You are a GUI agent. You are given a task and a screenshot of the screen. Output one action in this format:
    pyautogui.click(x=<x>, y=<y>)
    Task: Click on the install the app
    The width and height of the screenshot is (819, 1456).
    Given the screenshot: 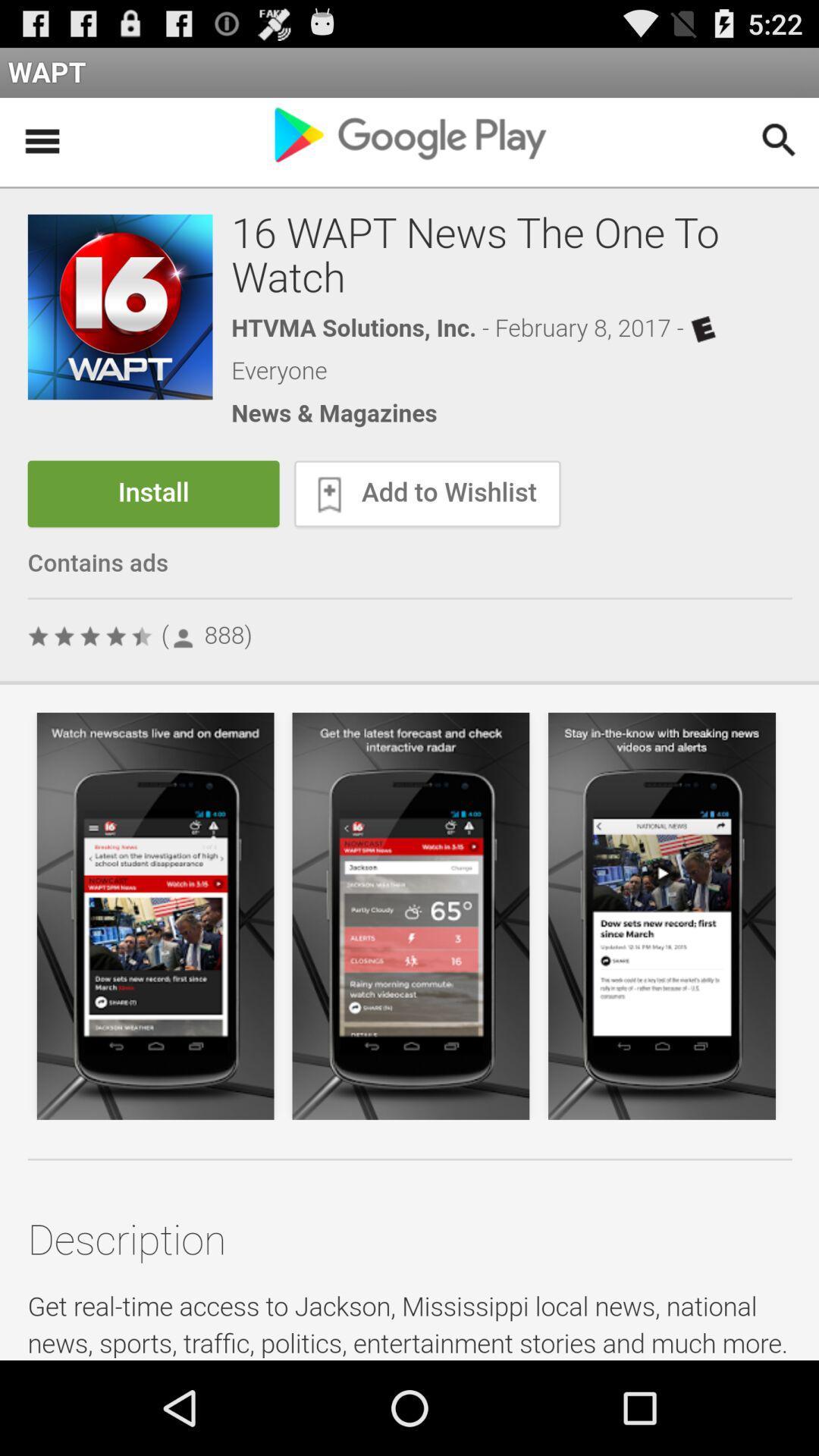 What is the action you would take?
    pyautogui.click(x=409, y=729)
    